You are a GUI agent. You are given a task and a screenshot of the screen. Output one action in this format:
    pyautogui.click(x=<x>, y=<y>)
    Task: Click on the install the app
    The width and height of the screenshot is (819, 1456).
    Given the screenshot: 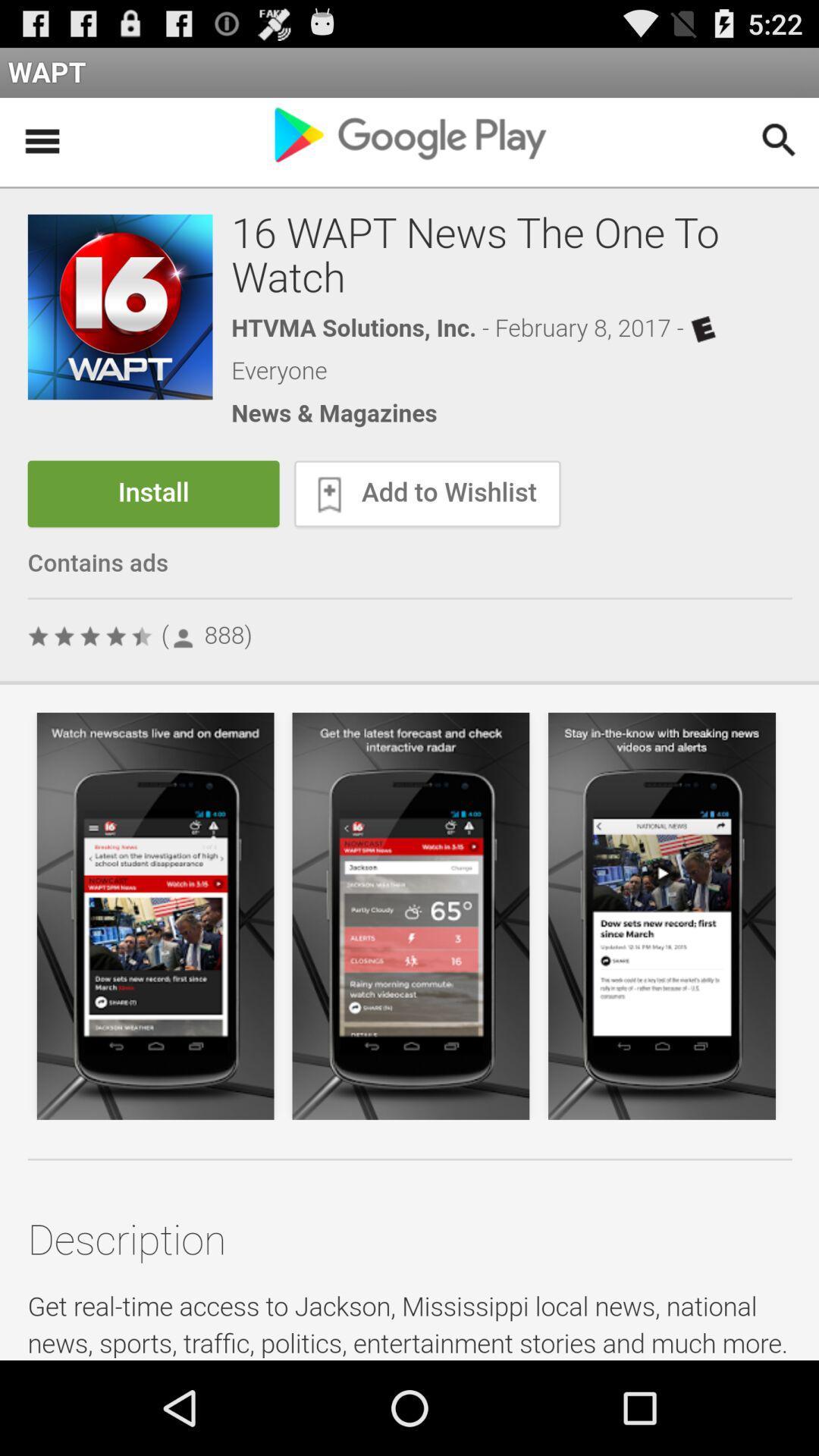 What is the action you would take?
    pyautogui.click(x=409, y=729)
    